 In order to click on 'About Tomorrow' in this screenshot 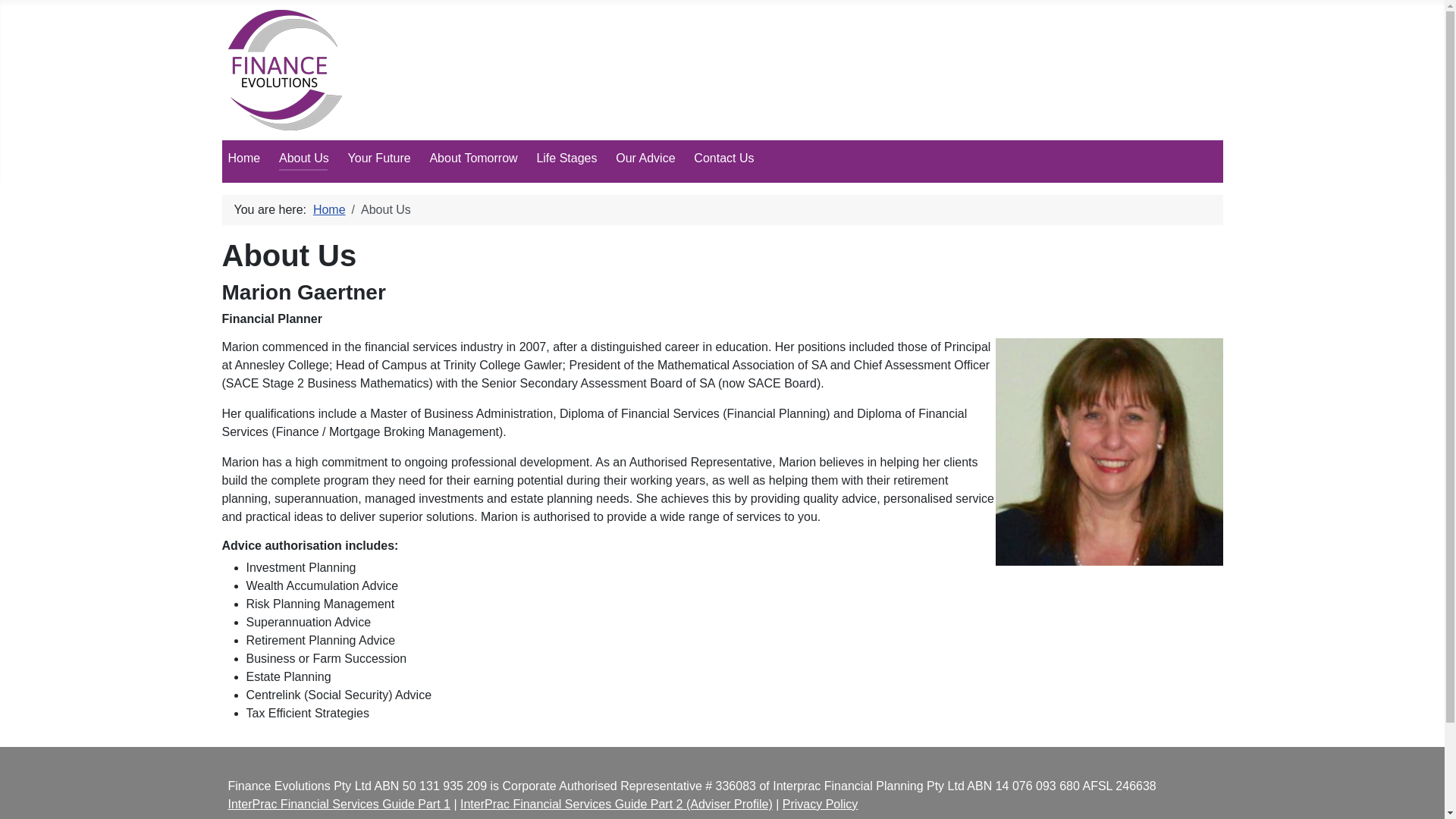, I will do `click(472, 158)`.